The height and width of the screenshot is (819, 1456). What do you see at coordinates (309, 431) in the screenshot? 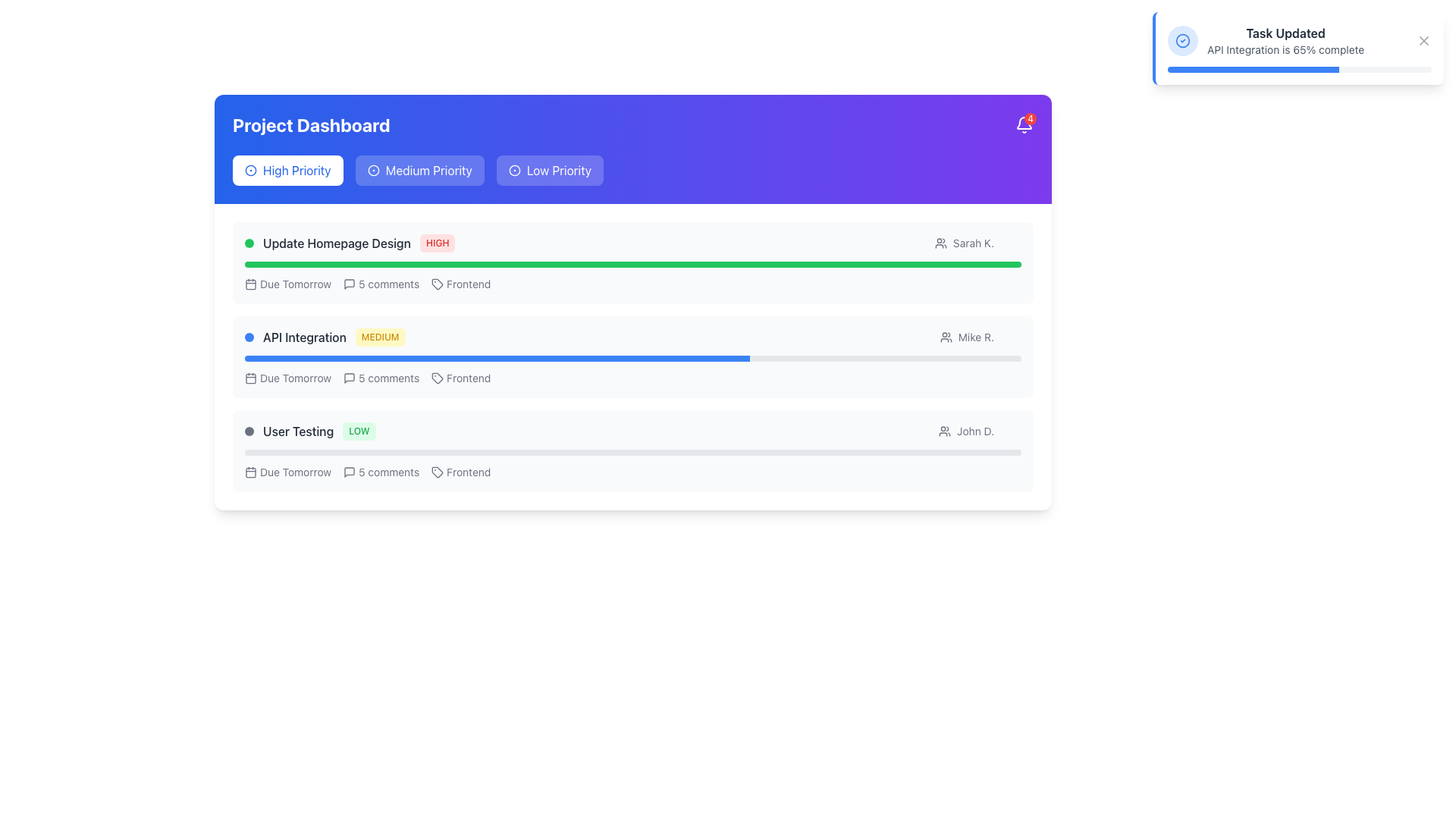
I see `priority level of the task labeled 'User Testing', which is indicated by the green label with the text 'LOW' located on the right side of the element` at bounding box center [309, 431].